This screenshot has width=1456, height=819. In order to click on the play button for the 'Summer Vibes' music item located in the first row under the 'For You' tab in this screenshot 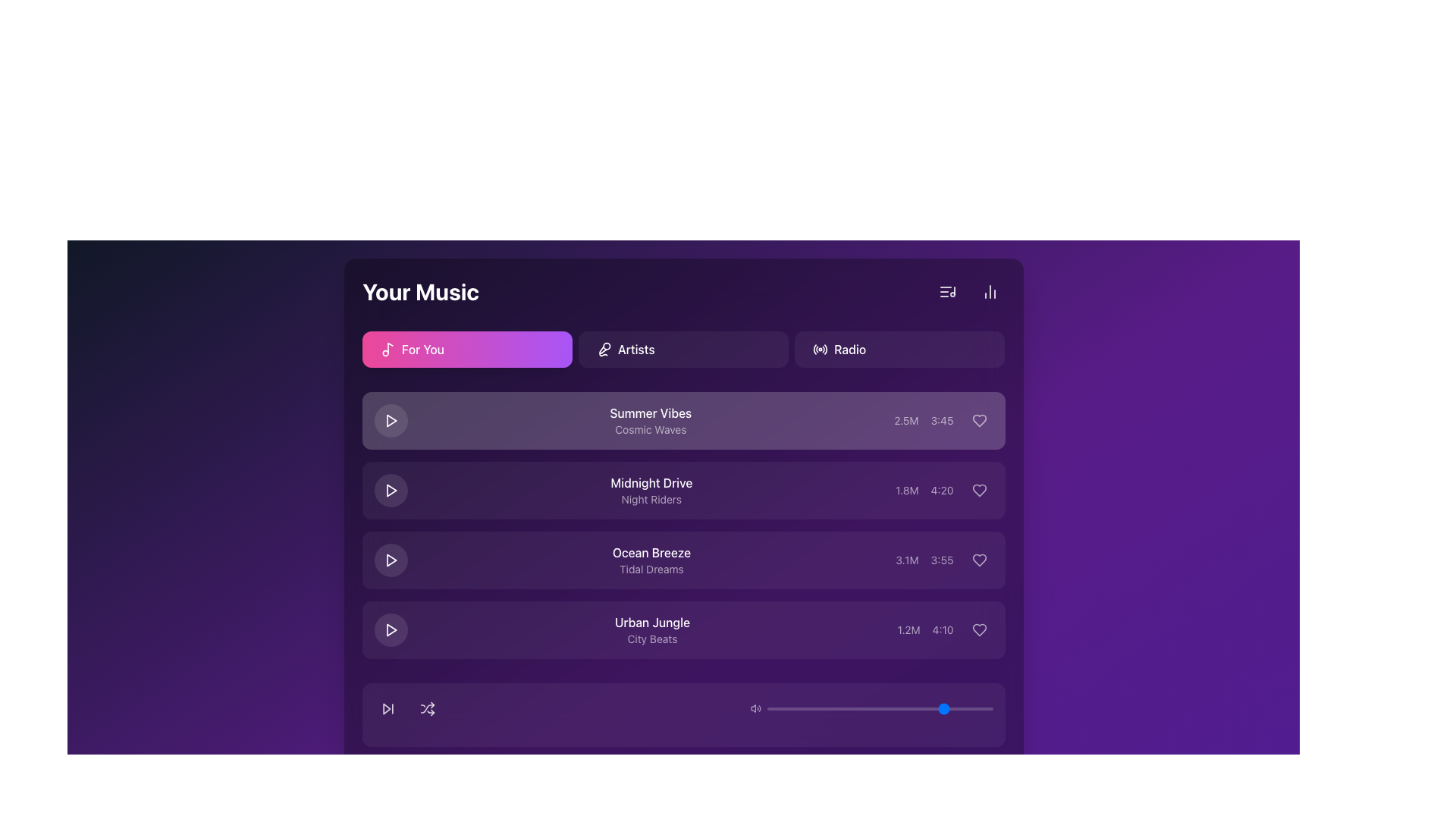, I will do `click(391, 421)`.